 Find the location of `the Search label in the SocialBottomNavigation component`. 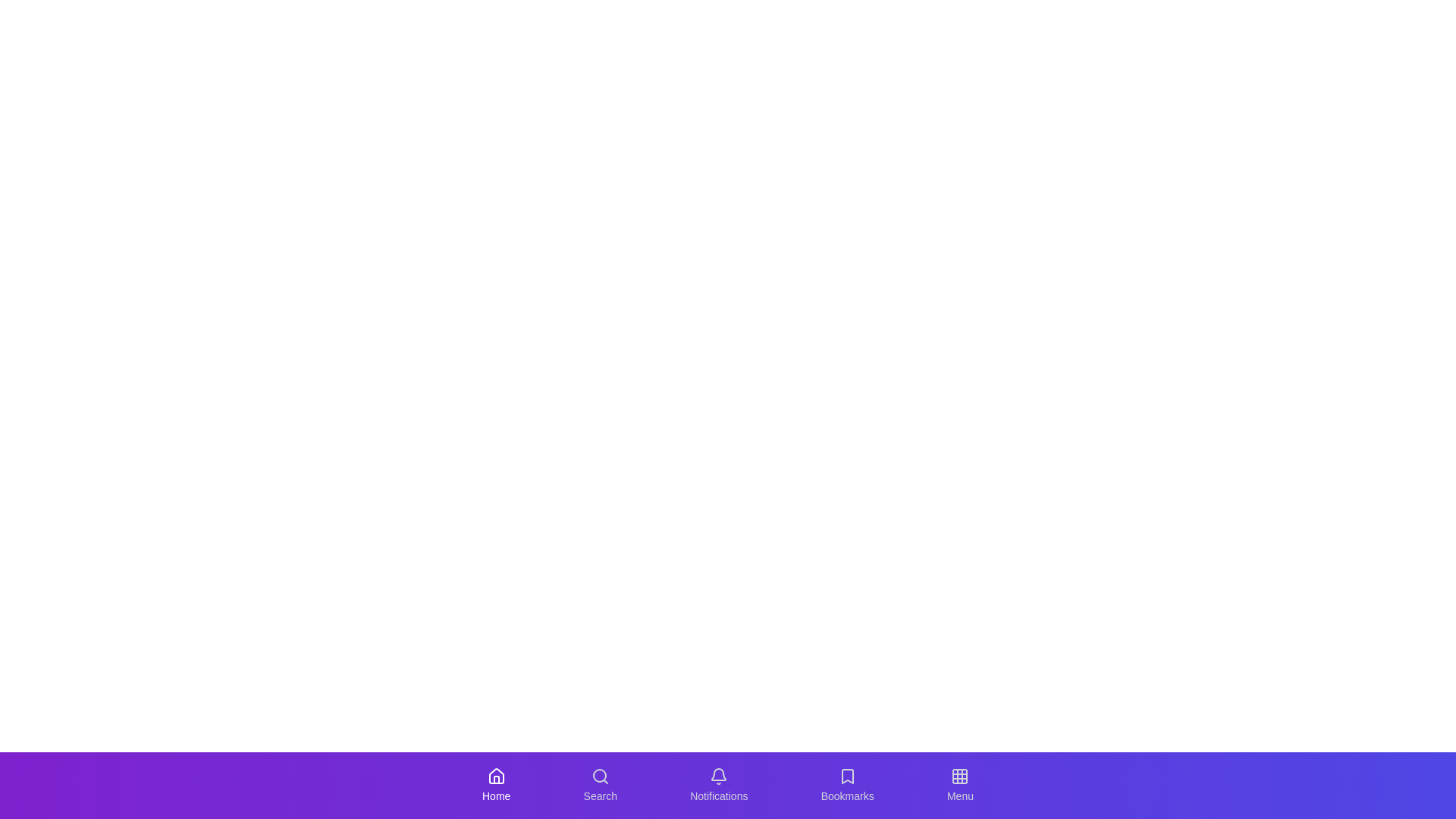

the Search label in the SocialBottomNavigation component is located at coordinates (599, 795).